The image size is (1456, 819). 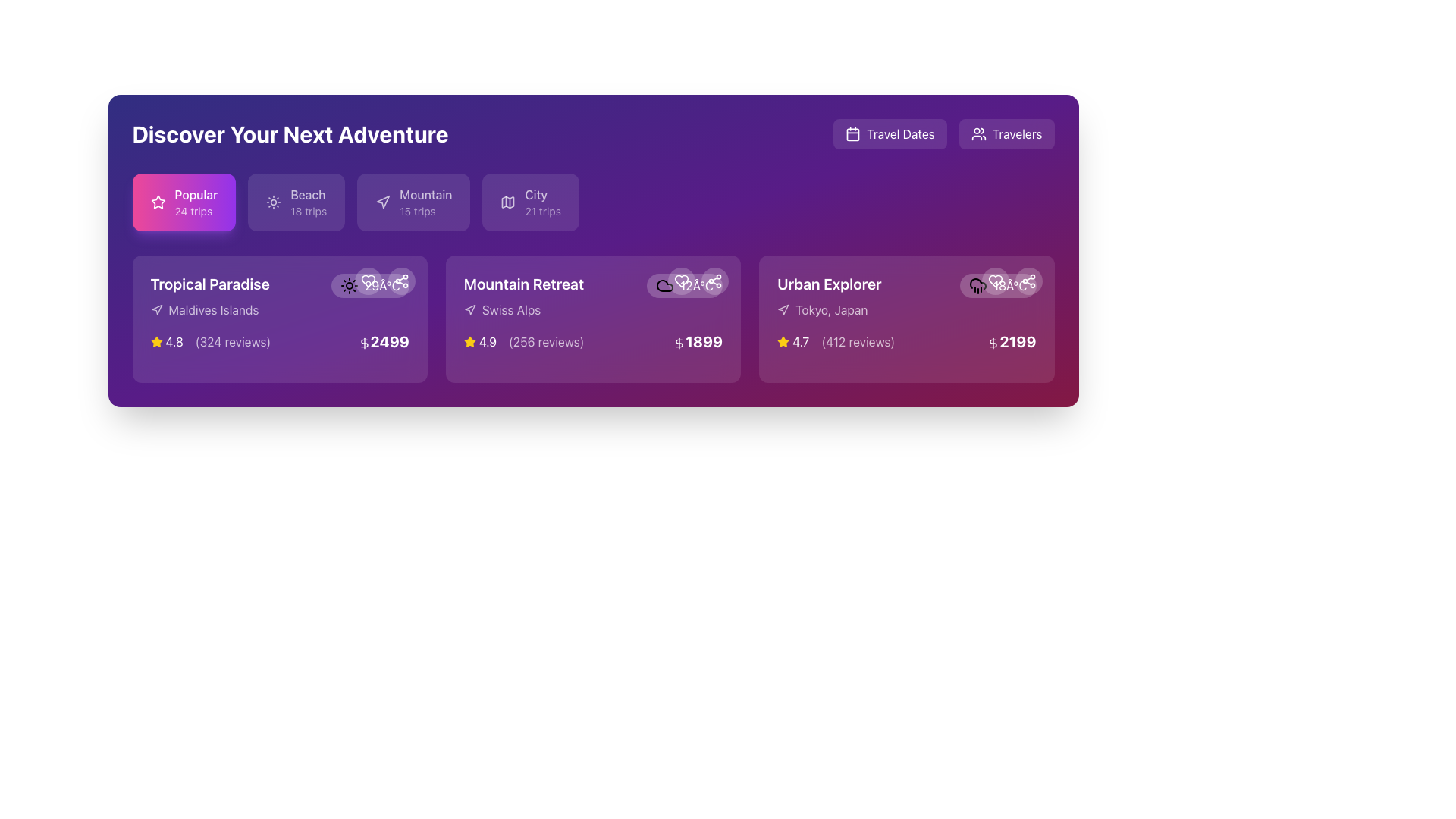 I want to click on the icon group at the top-right corner of the 'Mountain Retreat' card, so click(x=698, y=281).